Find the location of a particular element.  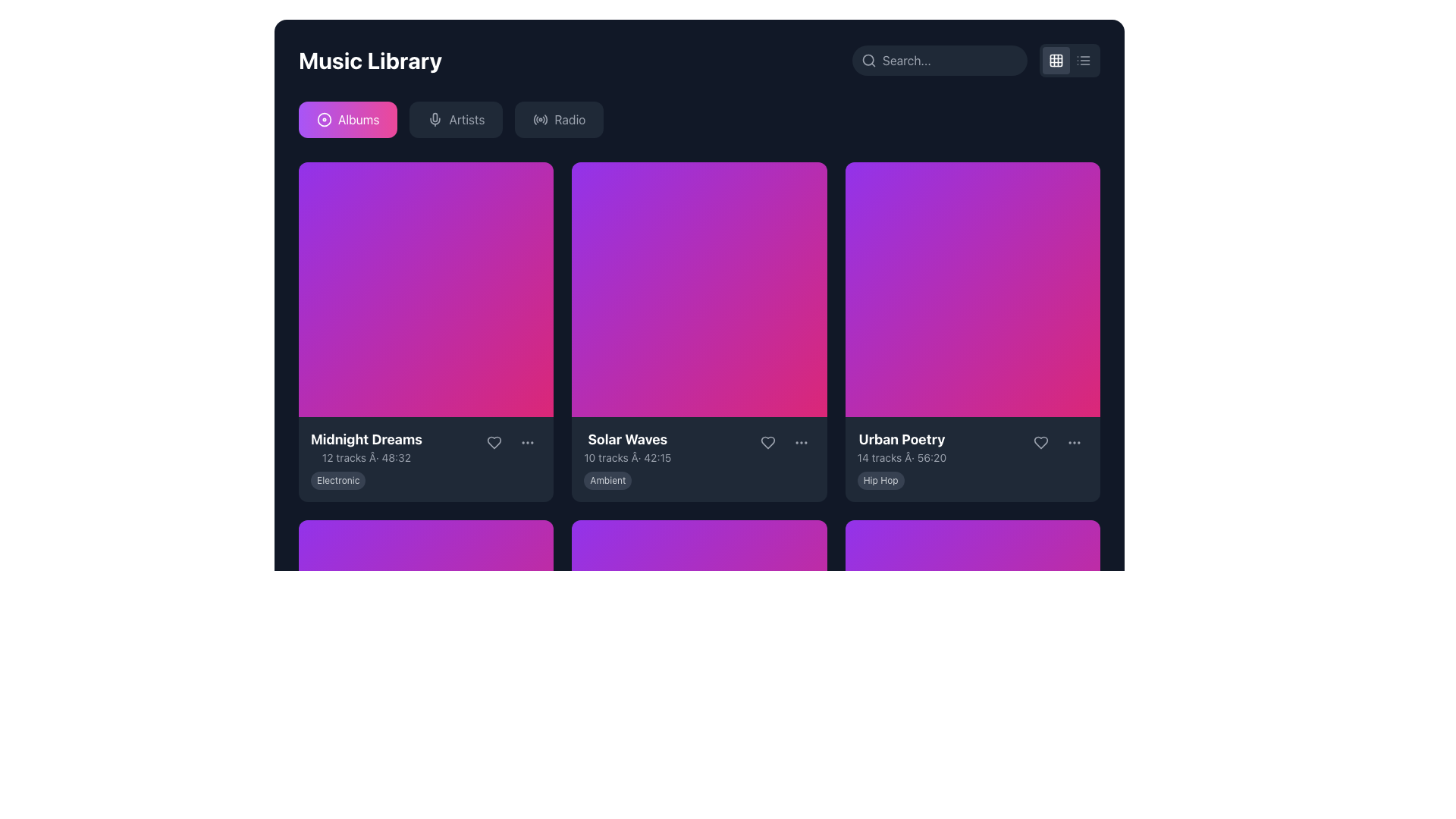

the vertically-aligned ellipsis icon at the bottom-right corner of the 'Midnight Dreams' card is located at coordinates (528, 443).